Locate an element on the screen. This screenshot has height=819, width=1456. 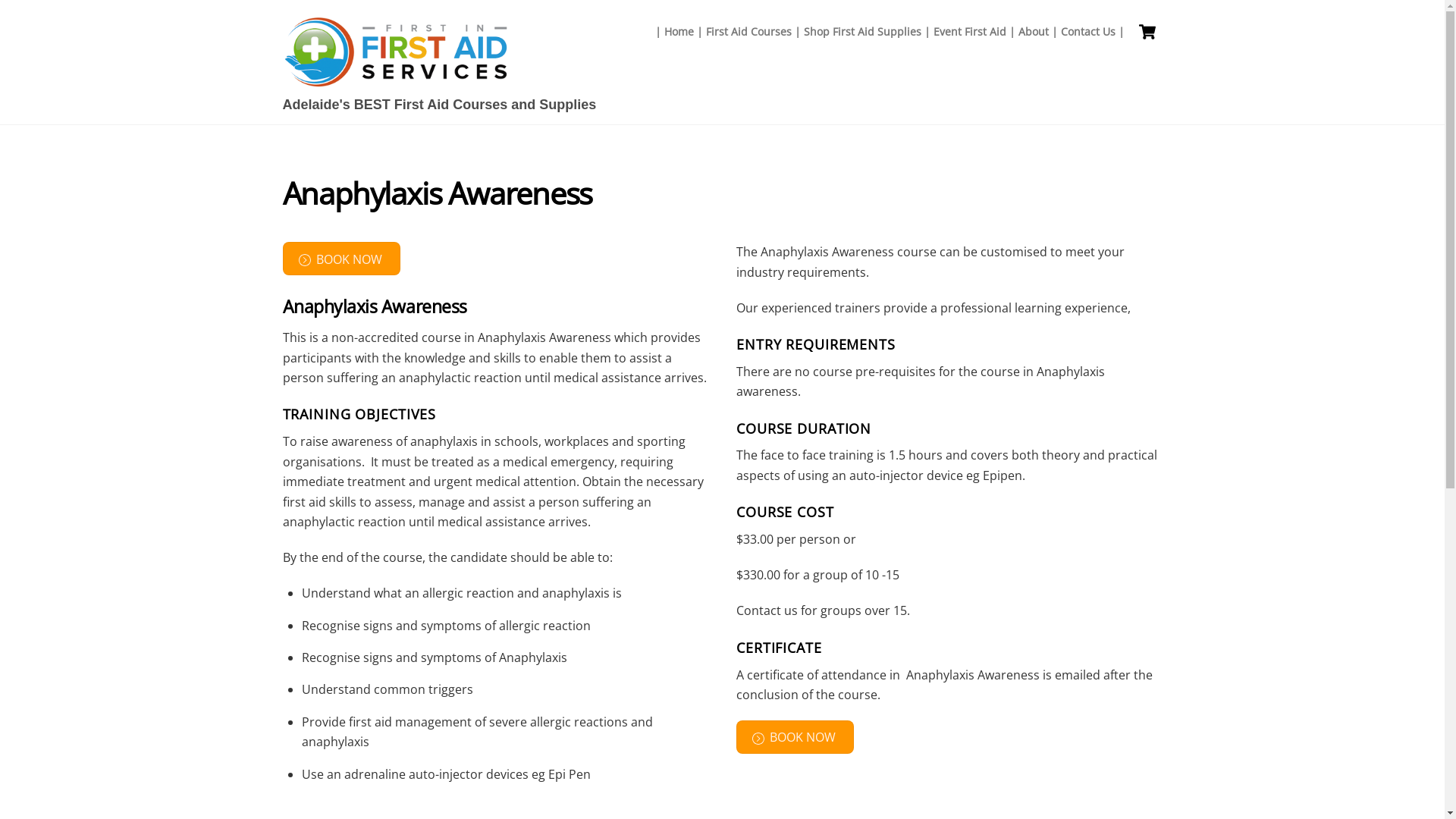
'About |' is located at coordinates (1037, 32).